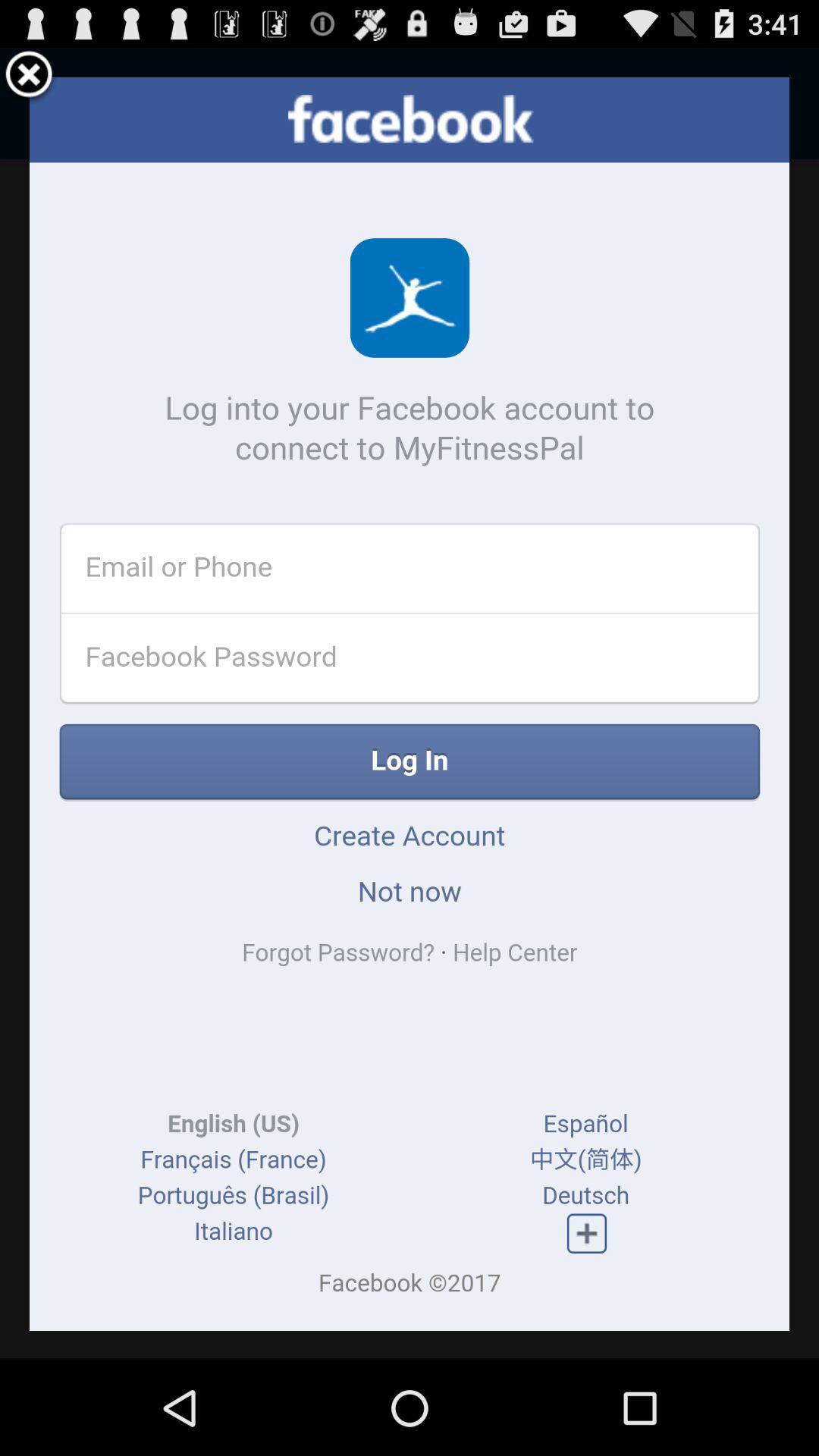 The image size is (819, 1456). Describe the element at coordinates (29, 81) in the screenshot. I see `the close icon` at that location.